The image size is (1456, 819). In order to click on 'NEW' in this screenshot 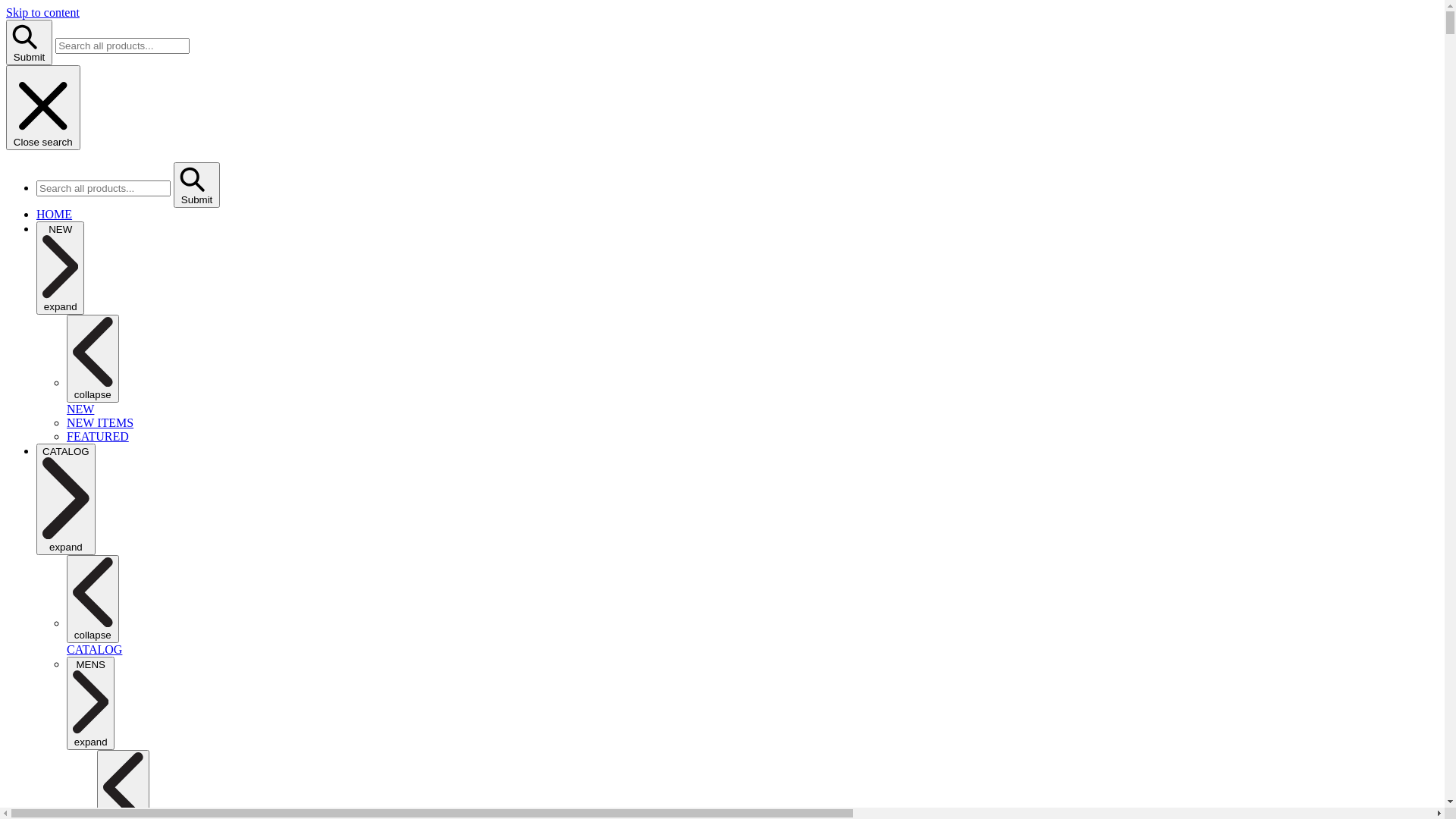, I will do `click(79, 408)`.